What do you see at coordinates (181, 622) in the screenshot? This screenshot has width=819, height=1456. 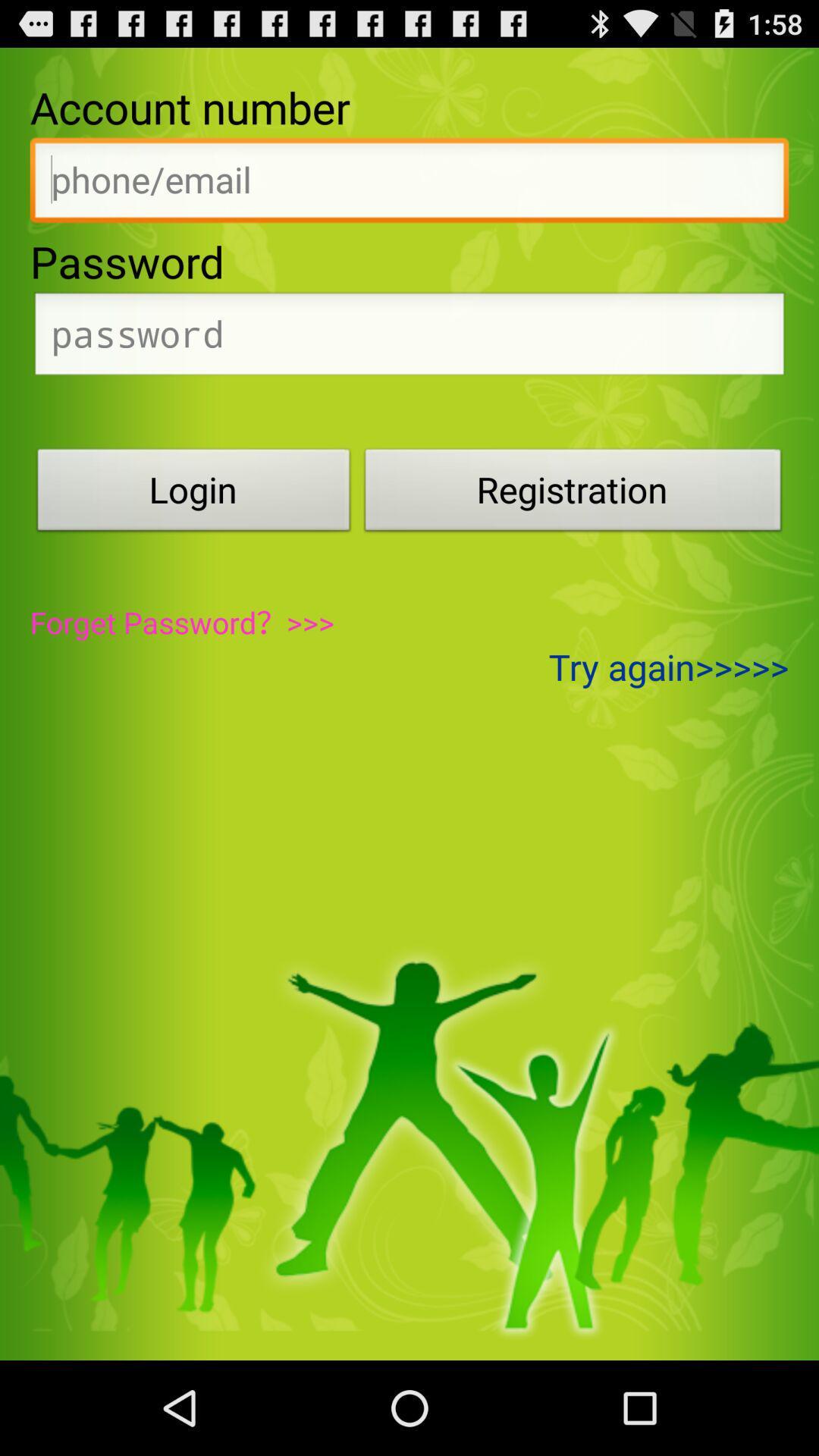 I see `the item below the login item` at bounding box center [181, 622].